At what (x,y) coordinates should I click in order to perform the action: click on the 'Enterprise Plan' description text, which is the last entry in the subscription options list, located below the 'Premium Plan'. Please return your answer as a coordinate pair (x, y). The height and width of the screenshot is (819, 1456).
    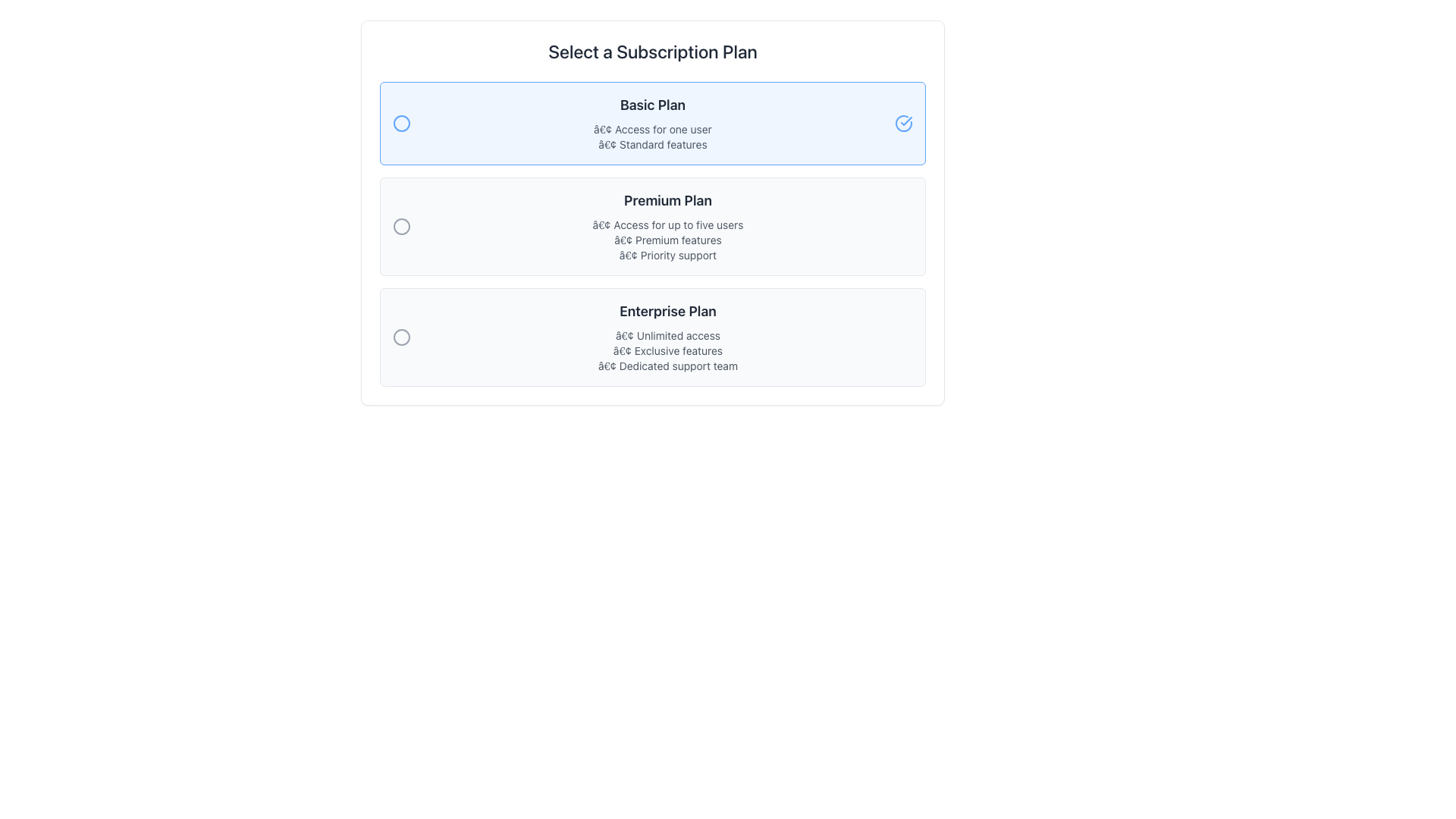
    Looking at the image, I should click on (667, 336).